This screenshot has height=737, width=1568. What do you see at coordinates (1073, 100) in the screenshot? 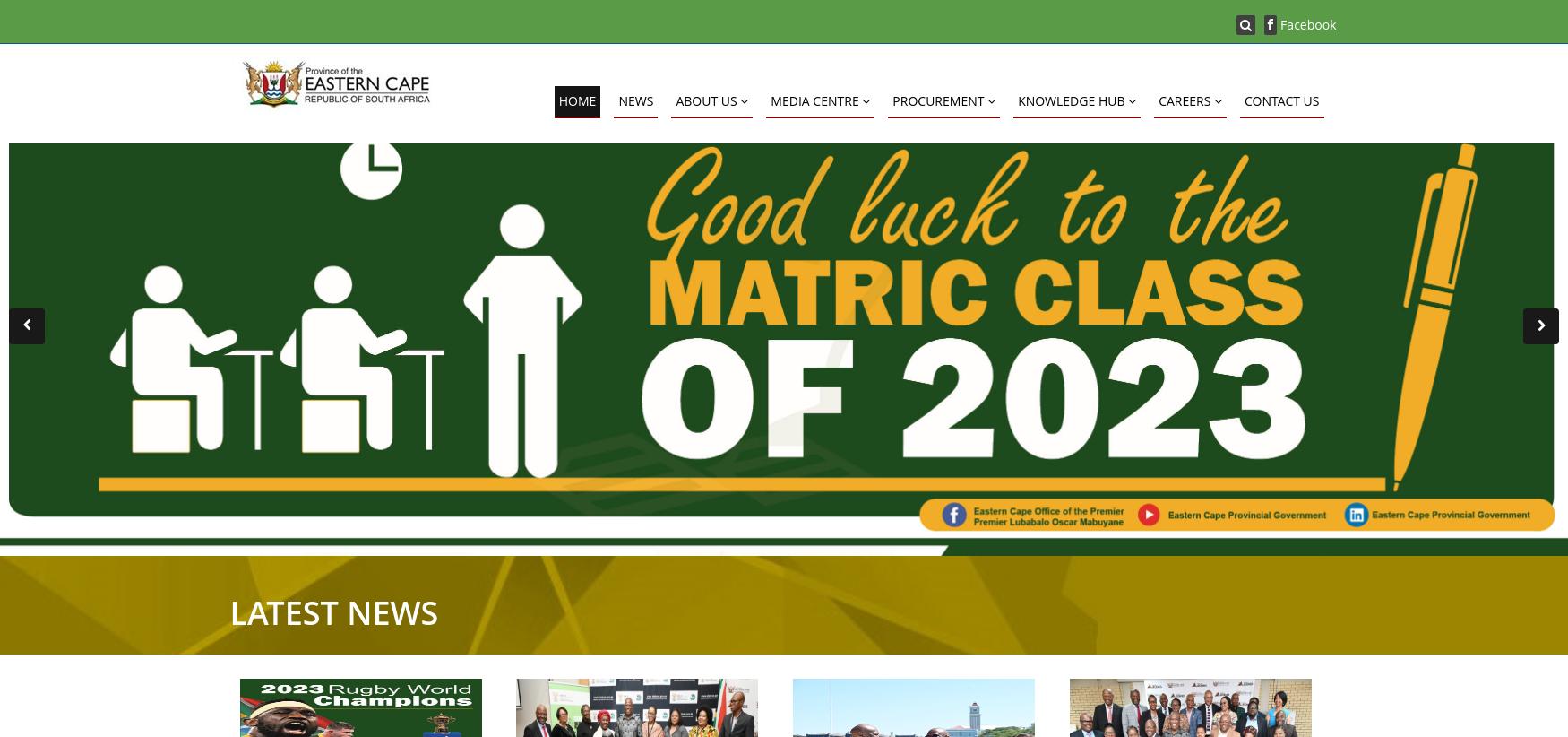
I see `'KNOWLEDGE HUB'` at bounding box center [1073, 100].